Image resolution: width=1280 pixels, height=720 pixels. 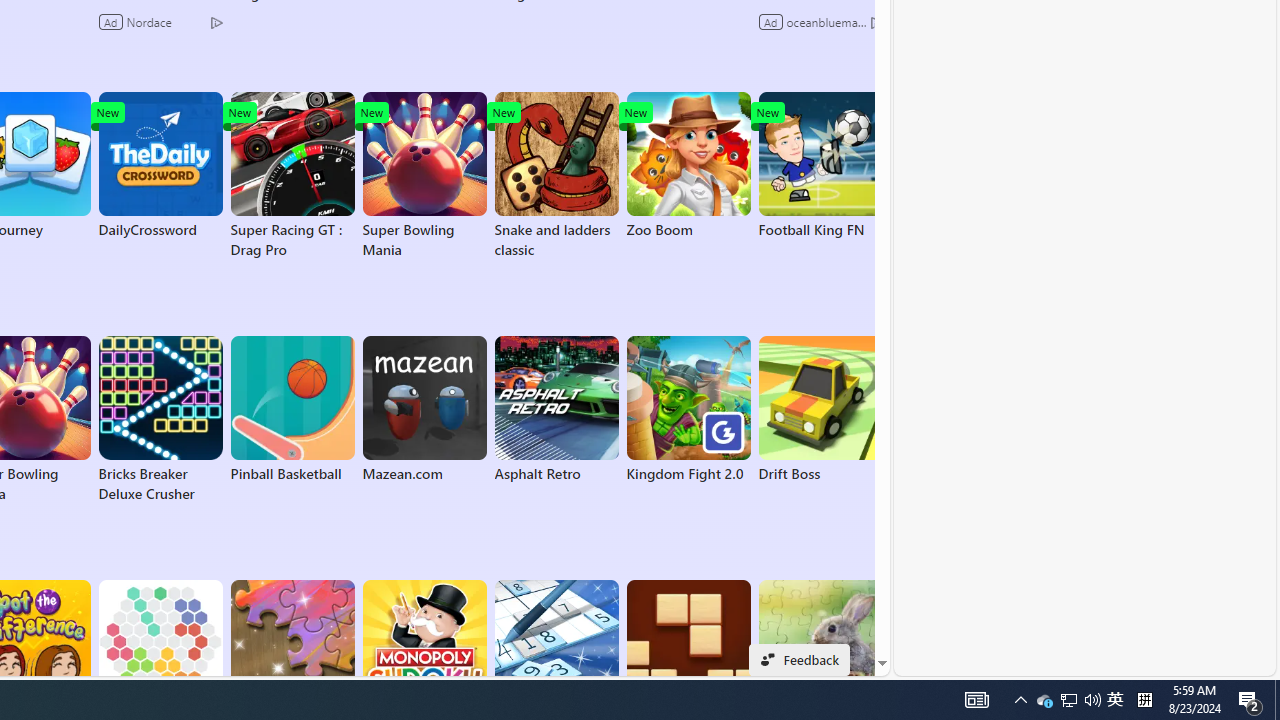 I want to click on 'Drift Boss', so click(x=820, y=409).